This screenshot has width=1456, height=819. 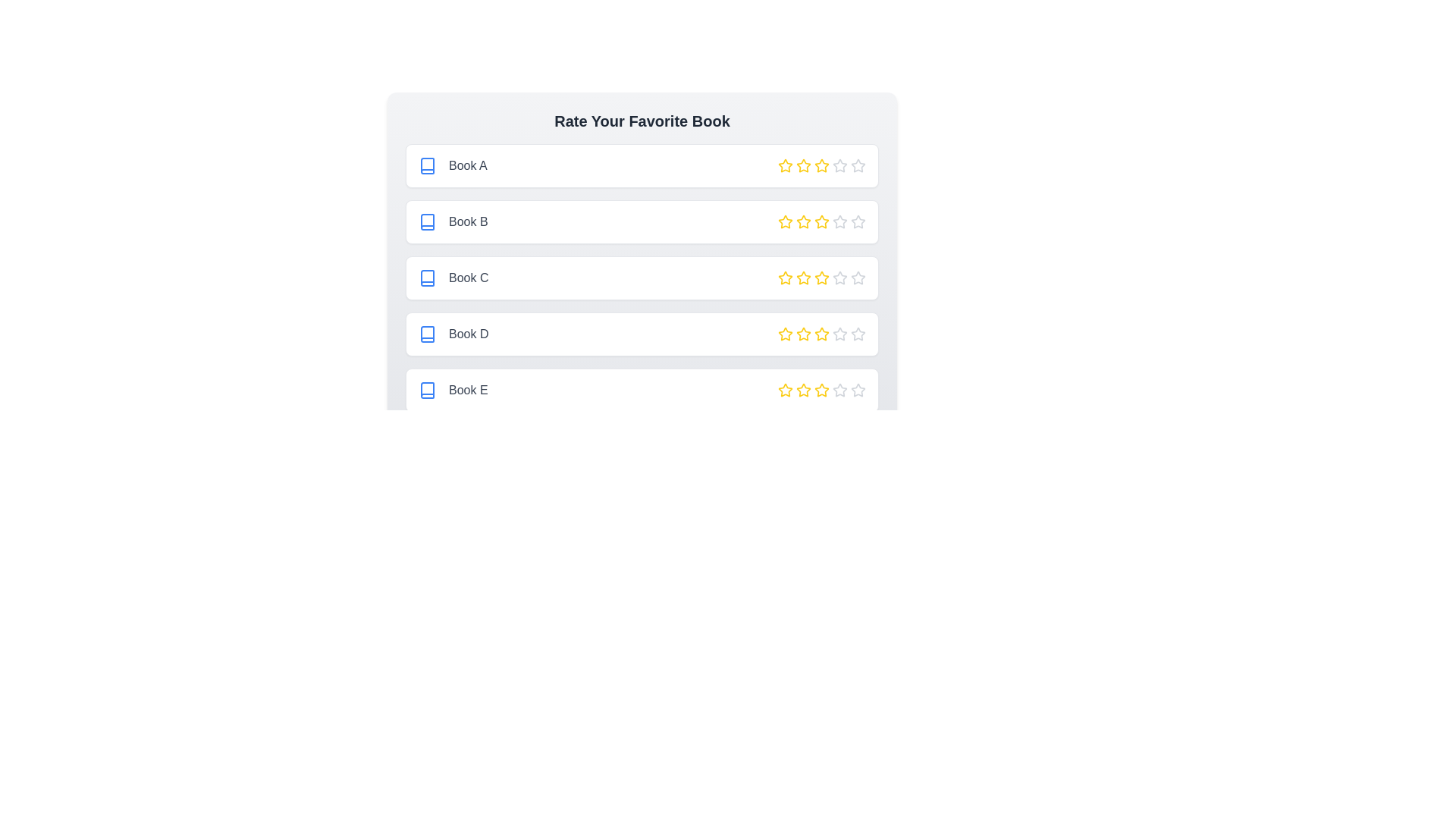 I want to click on the star corresponding to 2 stars for the book titled Book E, so click(x=803, y=390).